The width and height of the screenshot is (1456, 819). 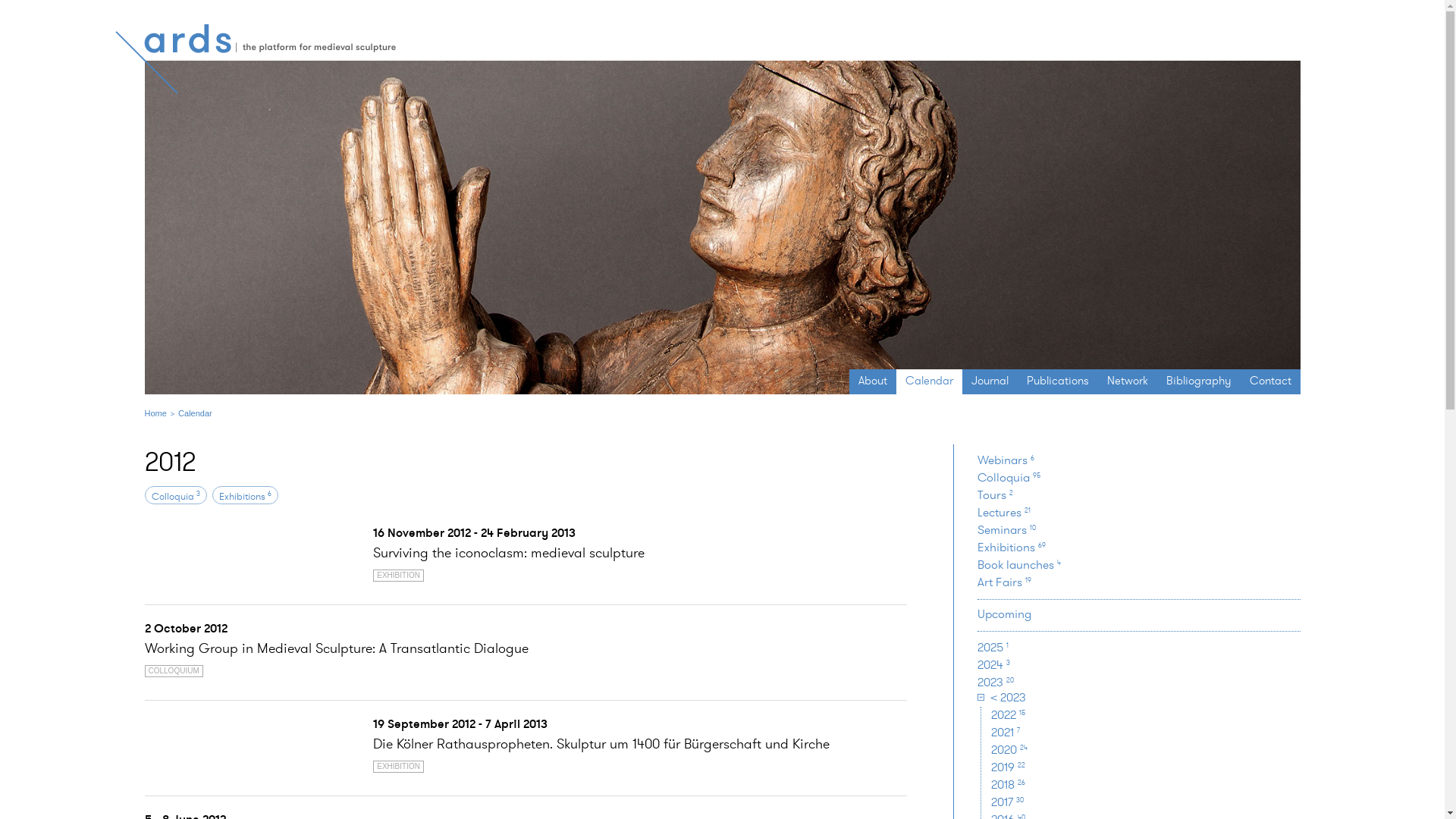 I want to click on 'Home', so click(x=155, y=413).